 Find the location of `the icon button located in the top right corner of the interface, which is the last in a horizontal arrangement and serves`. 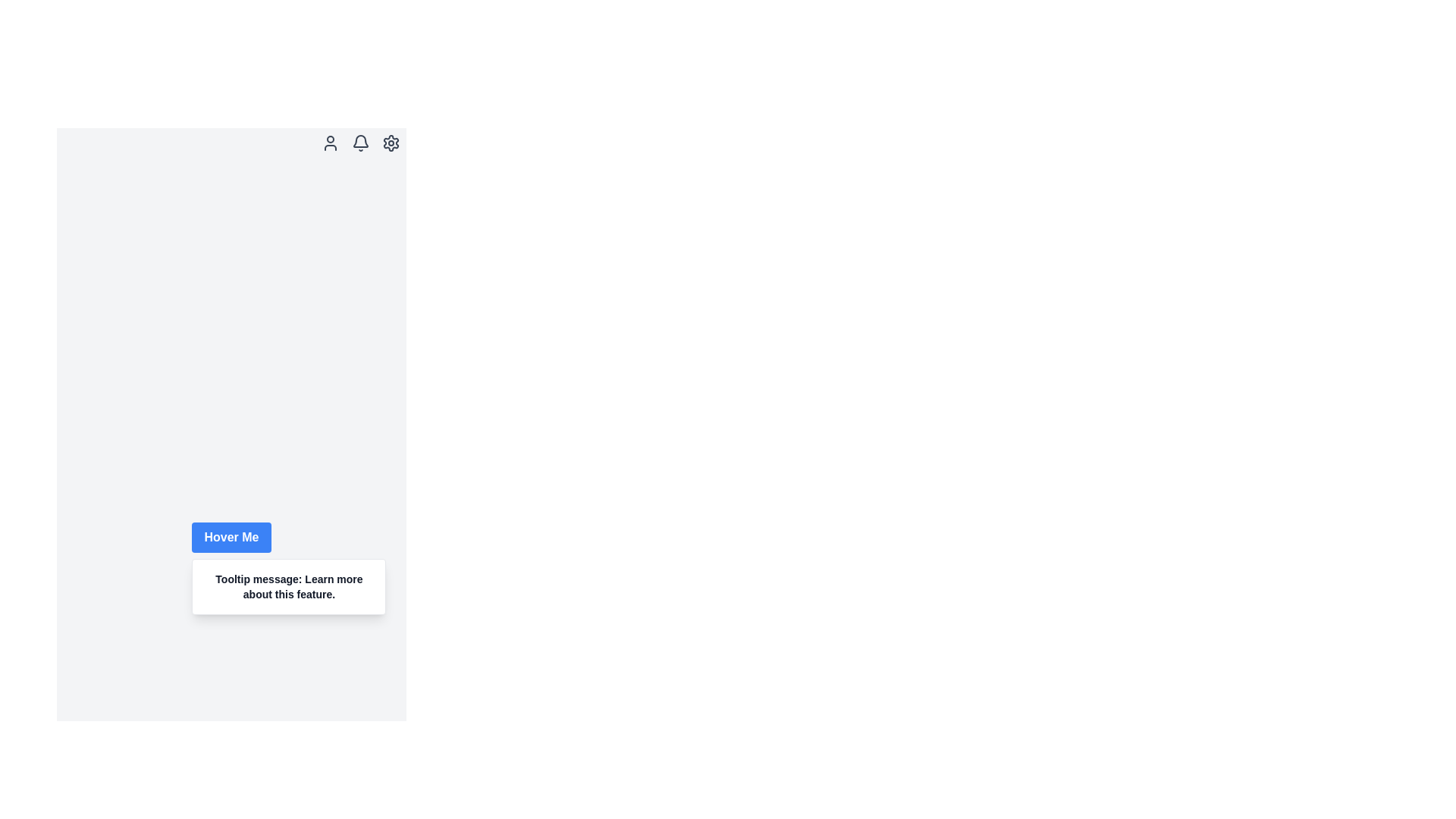

the icon button located in the top right corner of the interface, which is the last in a horizontal arrangement and serves is located at coordinates (391, 143).